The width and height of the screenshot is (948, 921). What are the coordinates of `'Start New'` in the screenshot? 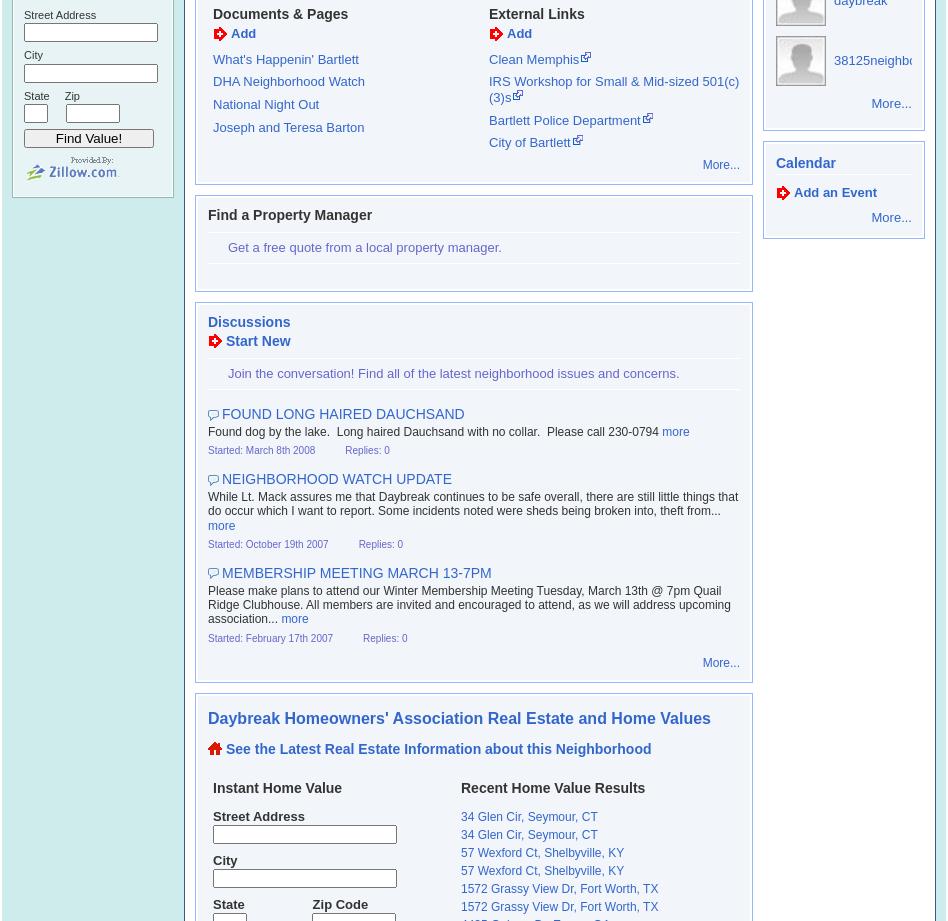 It's located at (258, 340).